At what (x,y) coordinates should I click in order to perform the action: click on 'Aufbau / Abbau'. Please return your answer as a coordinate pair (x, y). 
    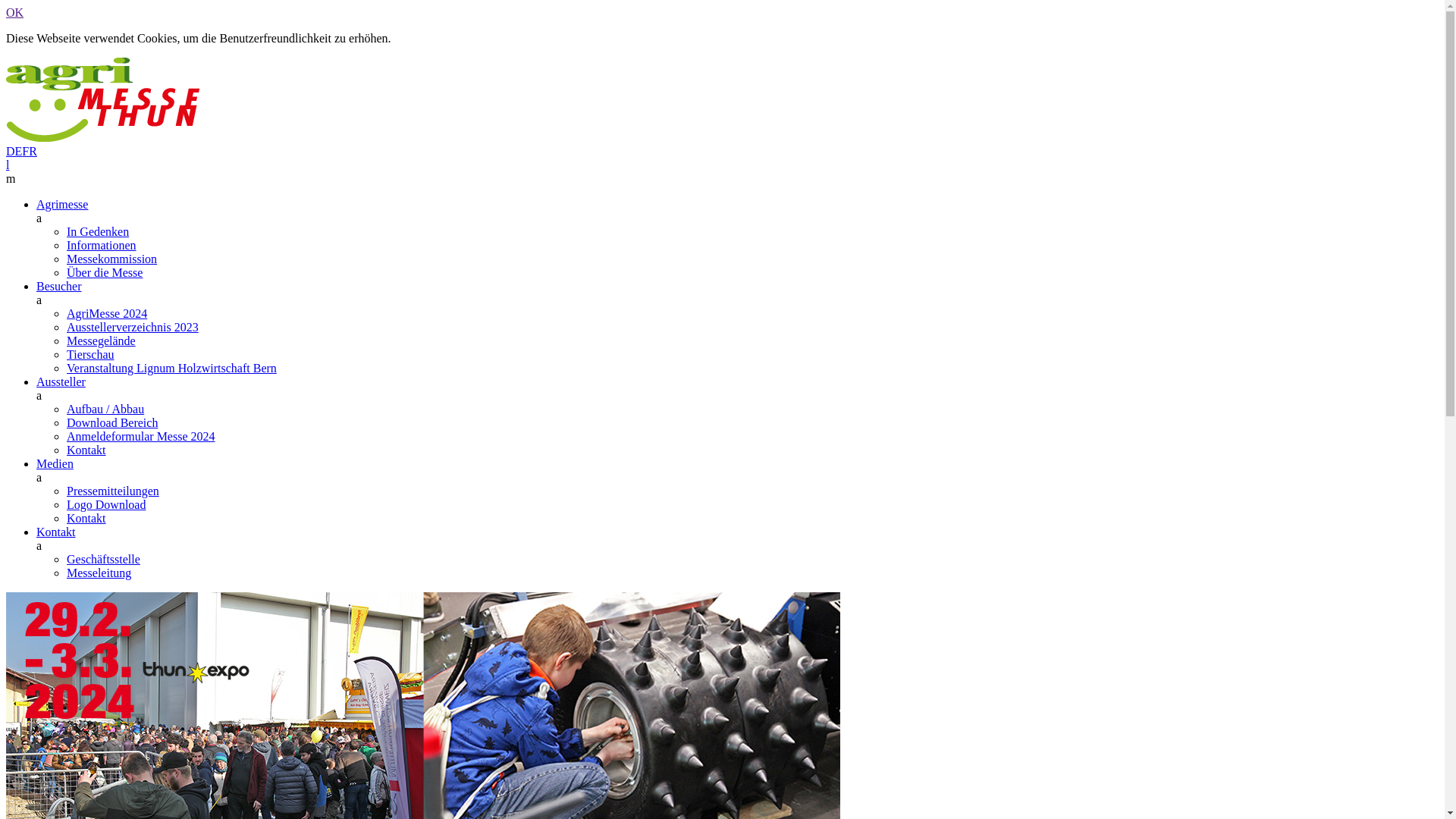
    Looking at the image, I should click on (105, 408).